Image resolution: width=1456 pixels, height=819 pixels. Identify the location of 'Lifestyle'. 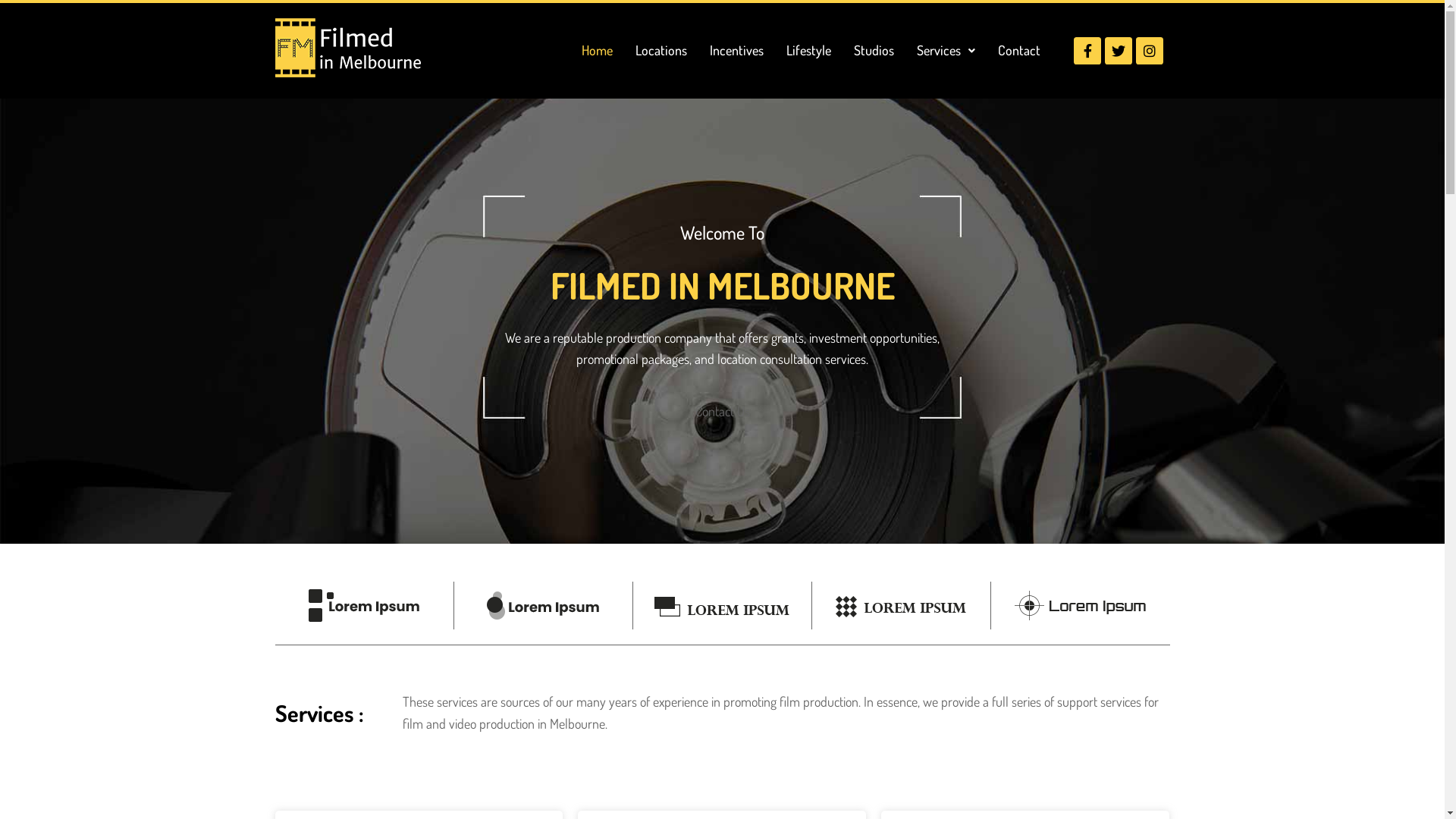
(775, 49).